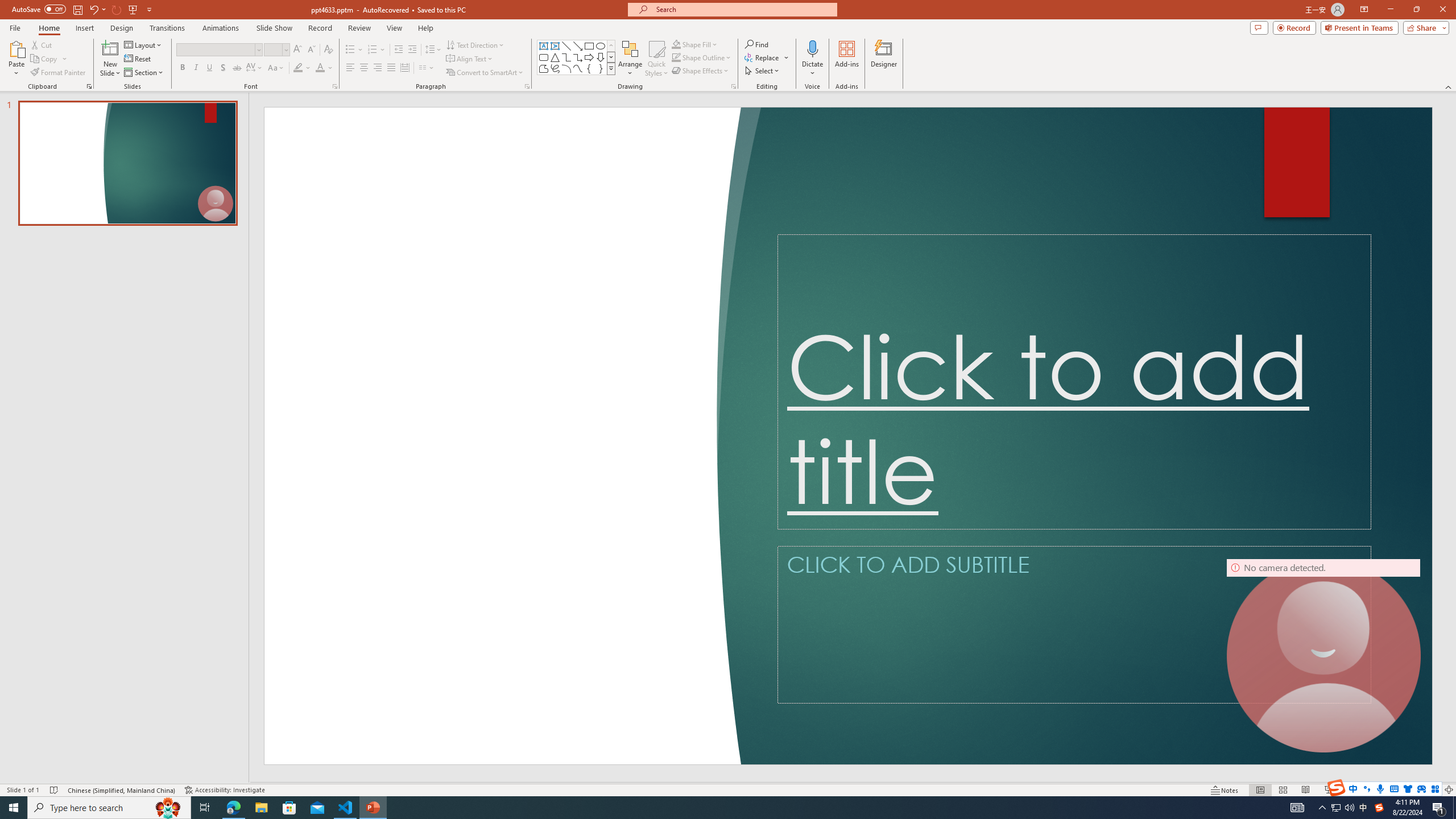  What do you see at coordinates (475, 44) in the screenshot?
I see `'Text Direction'` at bounding box center [475, 44].